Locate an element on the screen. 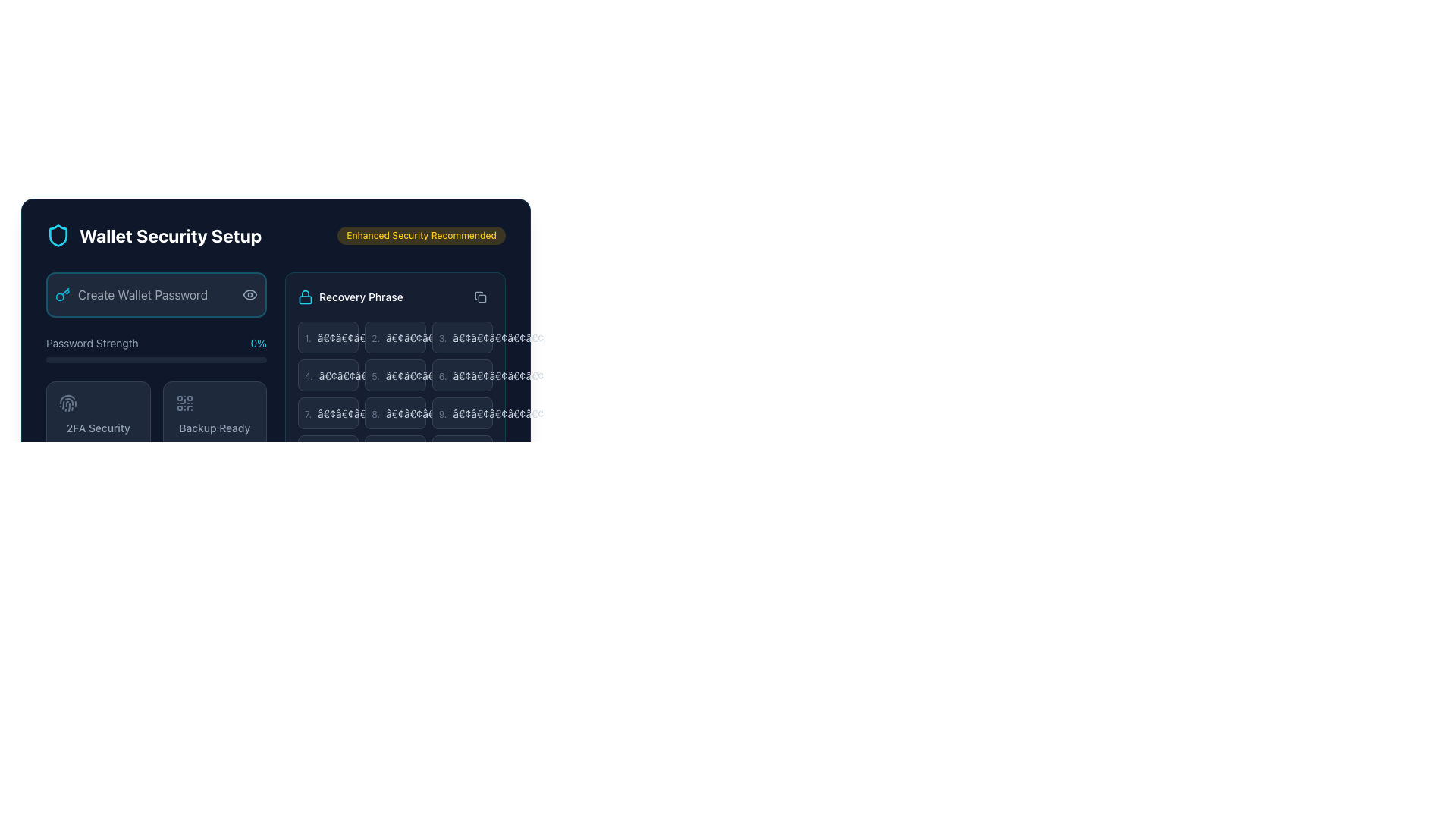  the text display consisting of five dots '•••••' in slate gray color, located in the second row, third column of the grid labeled 'Recovery Phrase' is located at coordinates (431, 413).